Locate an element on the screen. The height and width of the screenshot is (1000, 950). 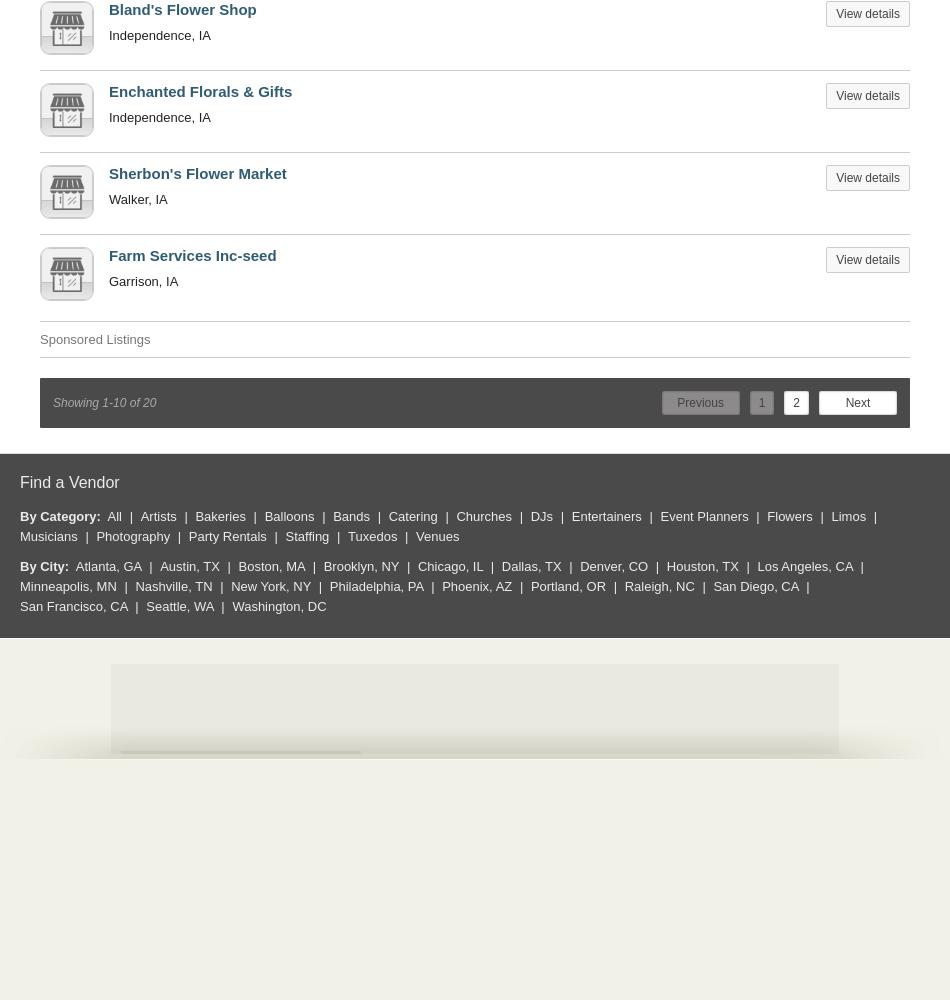
'Artists' is located at coordinates (157, 515).